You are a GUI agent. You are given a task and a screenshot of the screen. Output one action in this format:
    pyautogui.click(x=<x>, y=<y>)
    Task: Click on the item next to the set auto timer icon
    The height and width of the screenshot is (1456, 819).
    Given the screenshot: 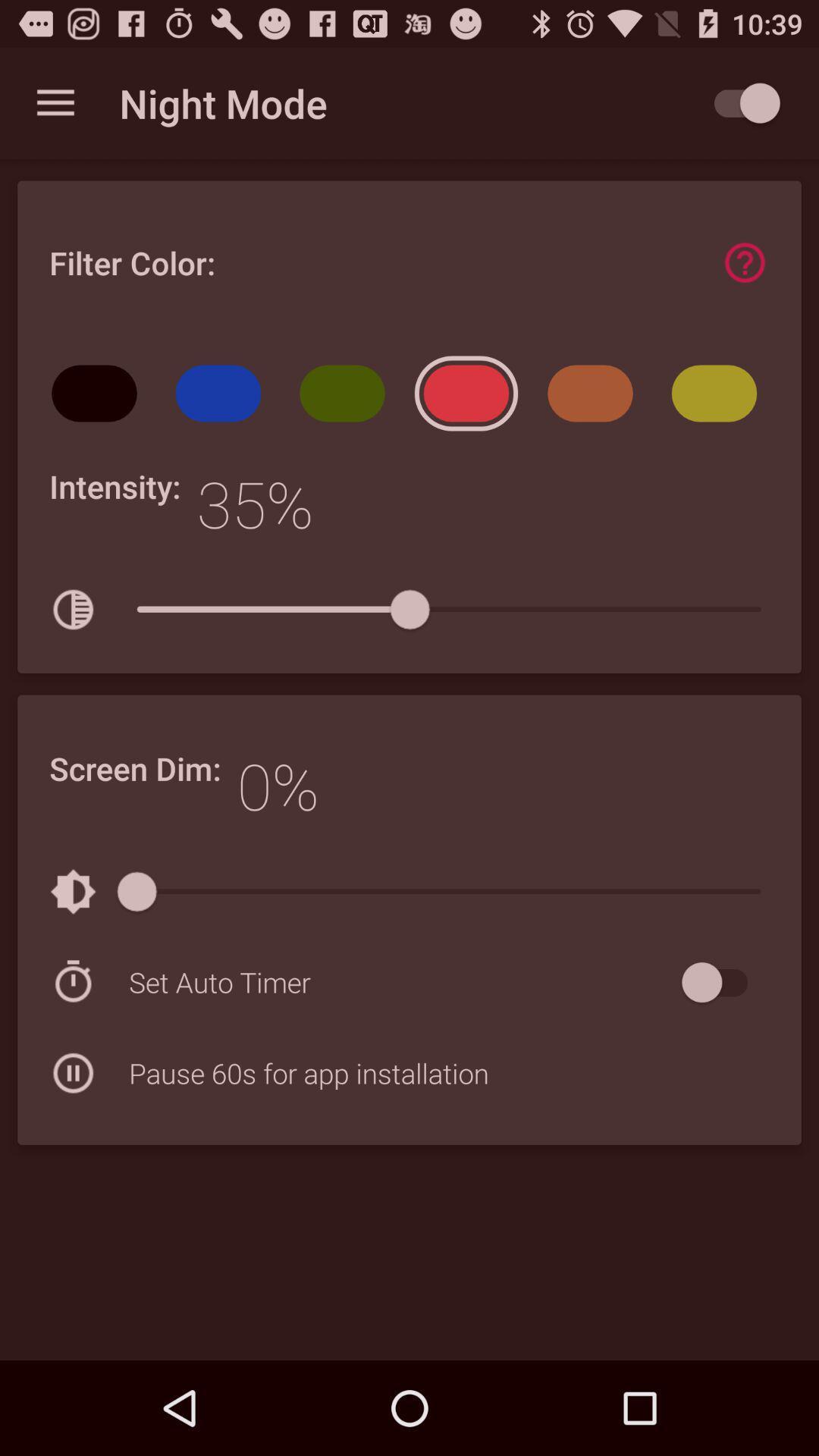 What is the action you would take?
    pyautogui.click(x=721, y=982)
    